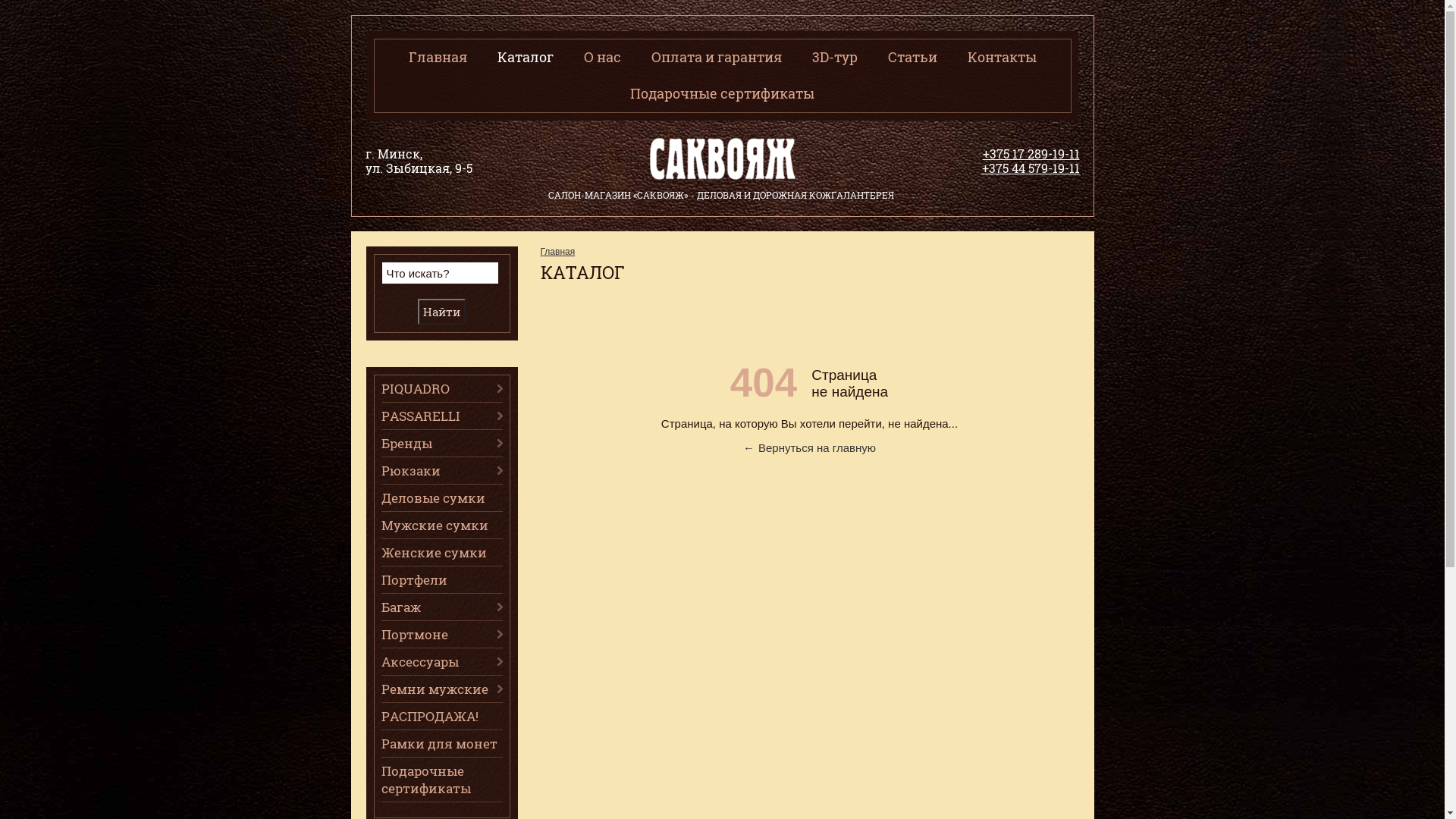 This screenshot has height=819, width=1456. I want to click on 'PASSARELLI', so click(440, 416).